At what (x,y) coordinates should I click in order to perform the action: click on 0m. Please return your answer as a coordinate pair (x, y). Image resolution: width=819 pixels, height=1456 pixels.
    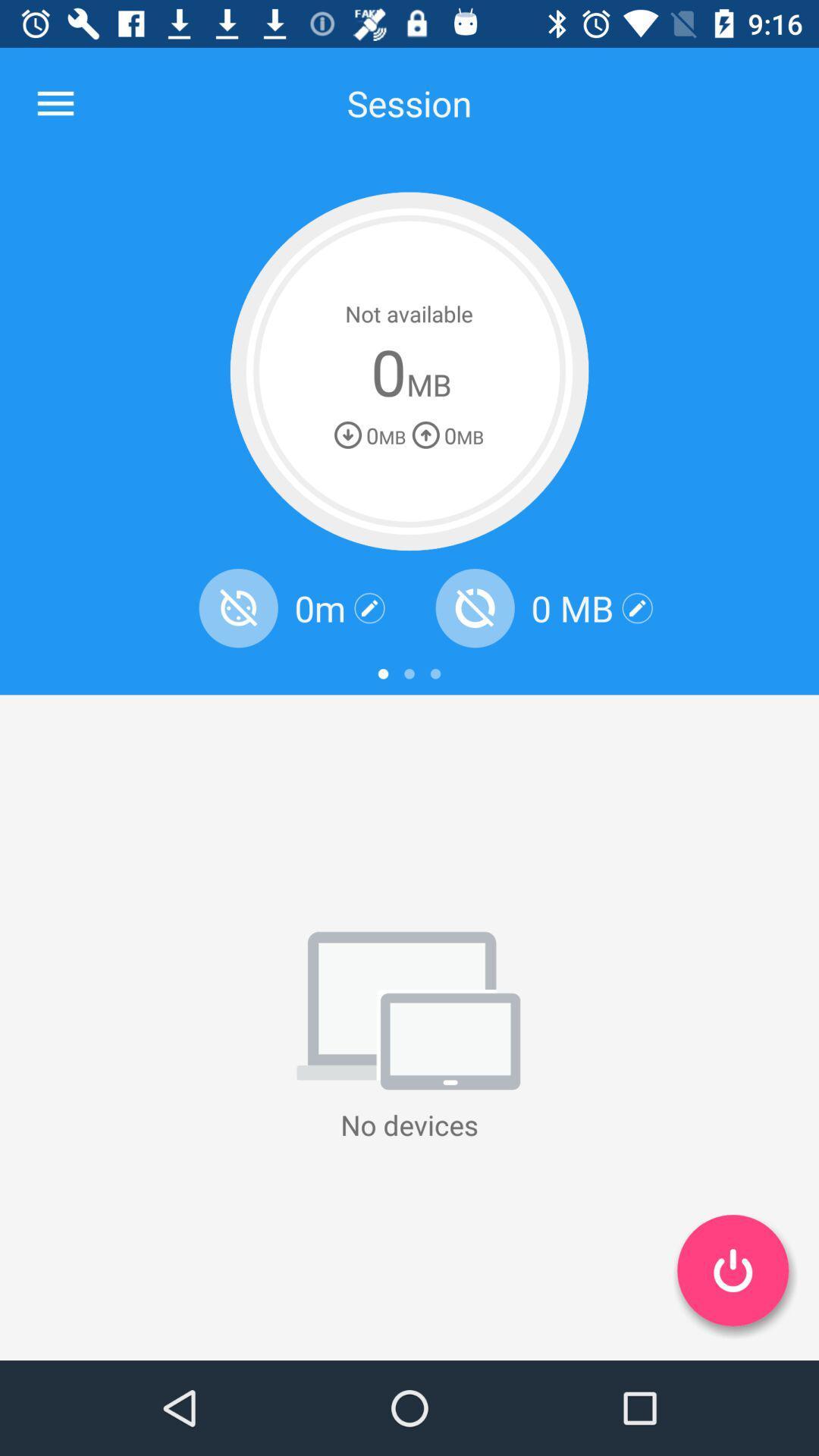
    Looking at the image, I should click on (319, 608).